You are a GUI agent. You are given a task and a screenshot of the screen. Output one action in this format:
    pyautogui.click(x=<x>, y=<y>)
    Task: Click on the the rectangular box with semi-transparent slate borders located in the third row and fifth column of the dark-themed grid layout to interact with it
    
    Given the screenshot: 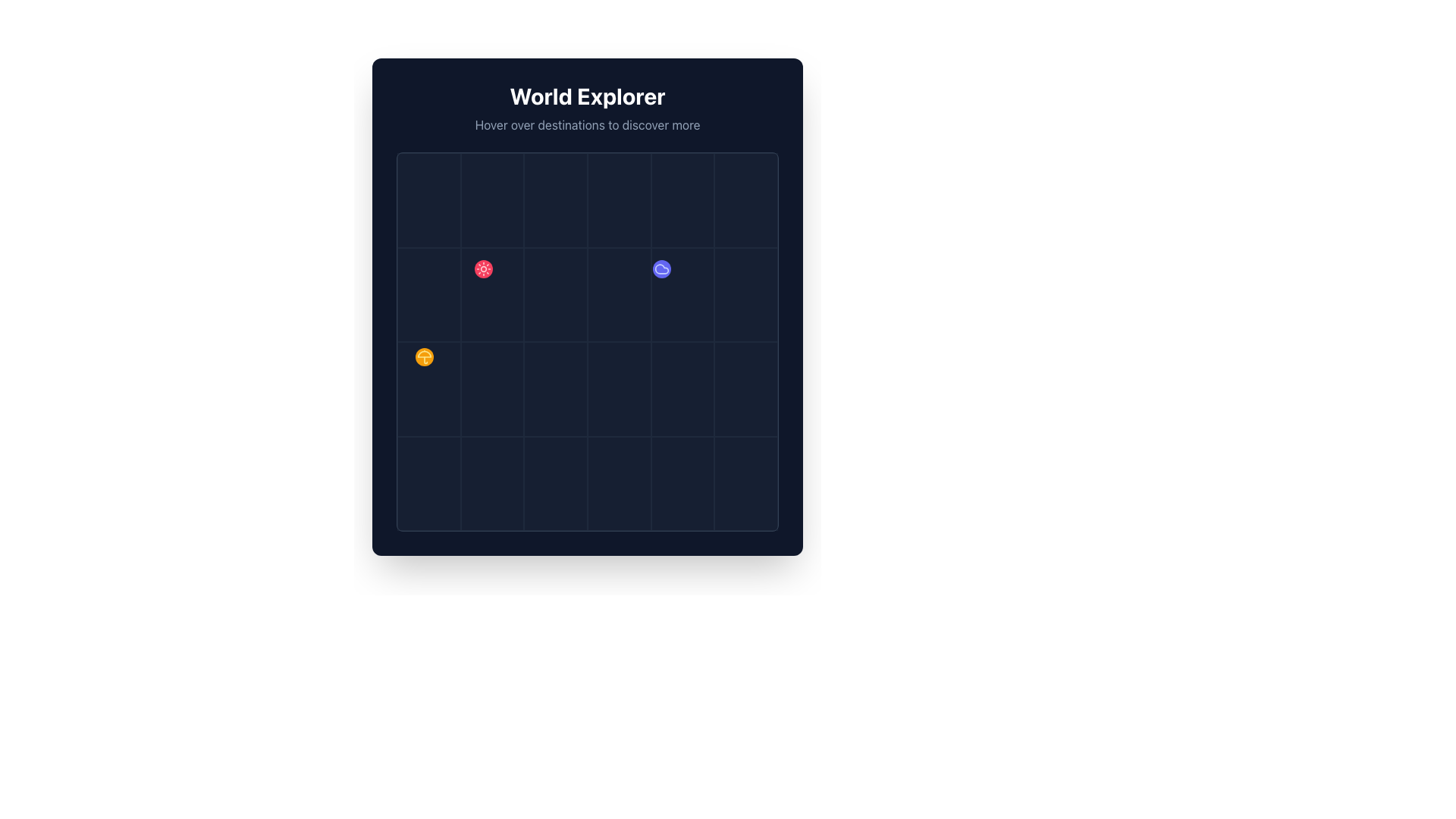 What is the action you would take?
    pyautogui.click(x=682, y=388)
    